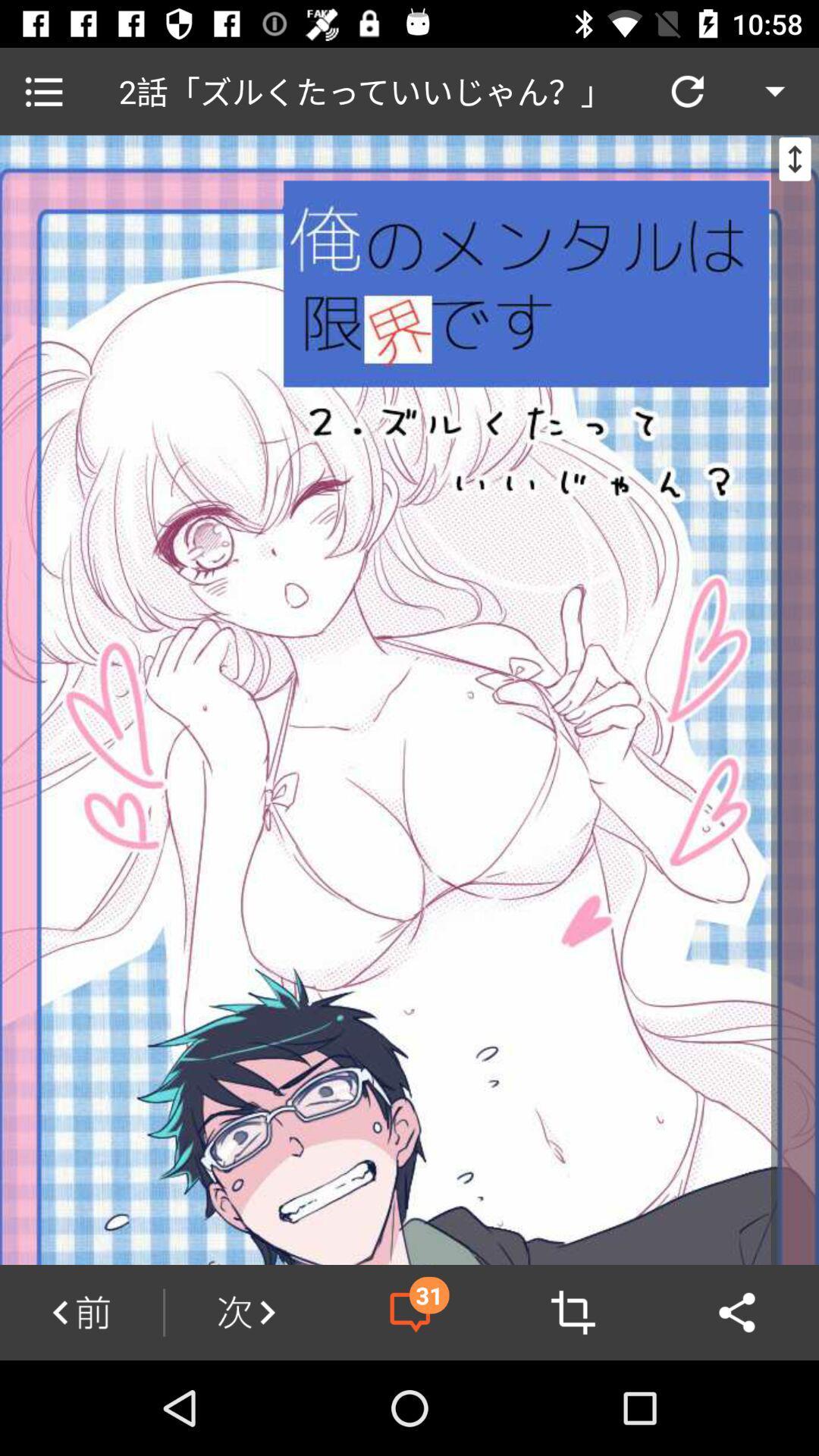 The width and height of the screenshot is (819, 1456). Describe the element at coordinates (42, 90) in the screenshot. I see `the list icon` at that location.